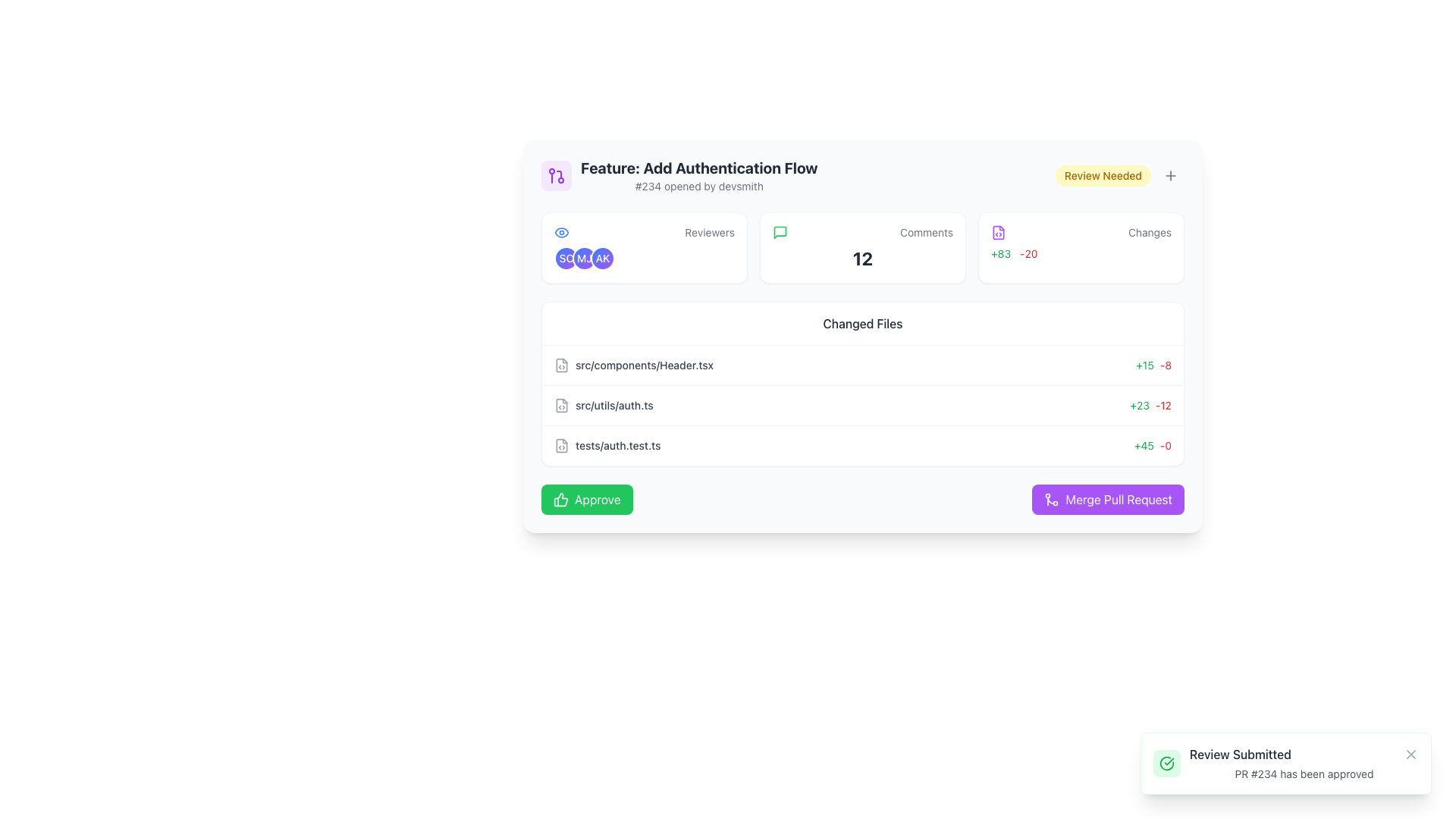 The image size is (1456, 819). What do you see at coordinates (1153, 444) in the screenshot?
I see `the label indicating the number of added and removed lines in the code review interface, located to the right of the file name 'tests/auth.test.ts' in the 'Changed Files' section` at bounding box center [1153, 444].